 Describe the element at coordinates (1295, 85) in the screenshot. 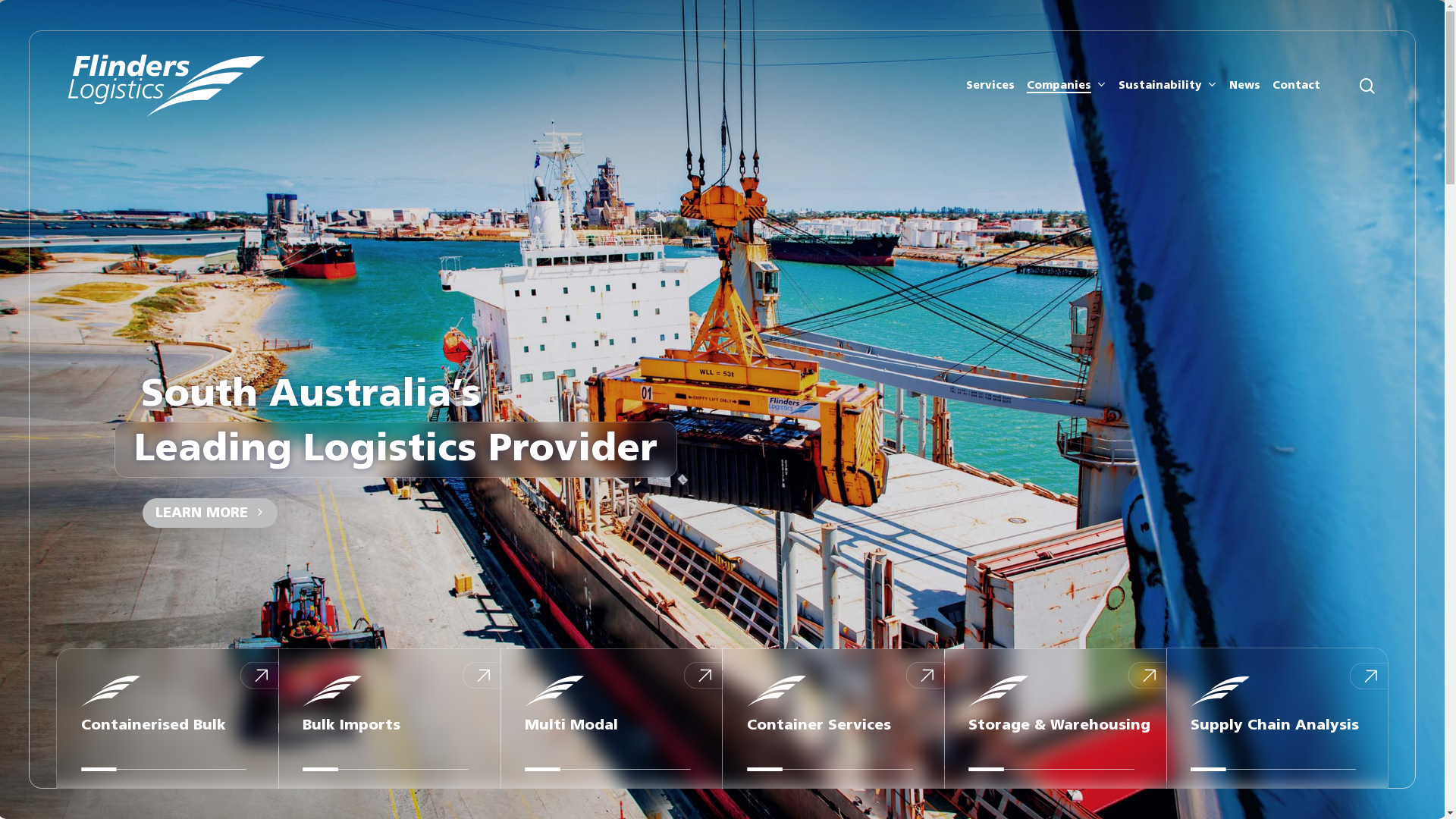

I see `'Contact'` at that location.